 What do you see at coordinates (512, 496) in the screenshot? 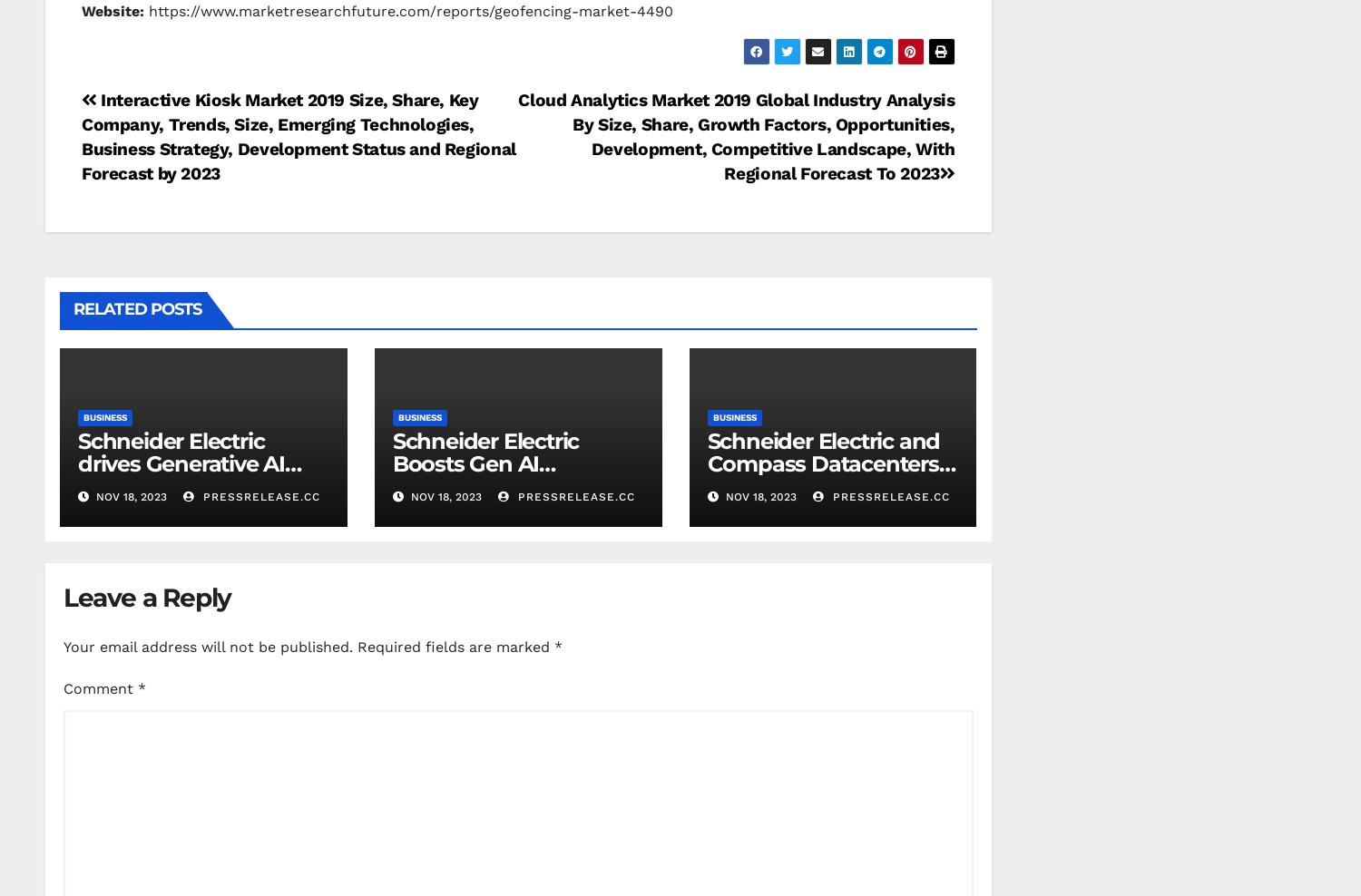
I see `'Schneider Electric Boosts Gen AI Productivity and Sustainability Solutions with Microsoft Azure OpenAI Integration'` at bounding box center [512, 496].